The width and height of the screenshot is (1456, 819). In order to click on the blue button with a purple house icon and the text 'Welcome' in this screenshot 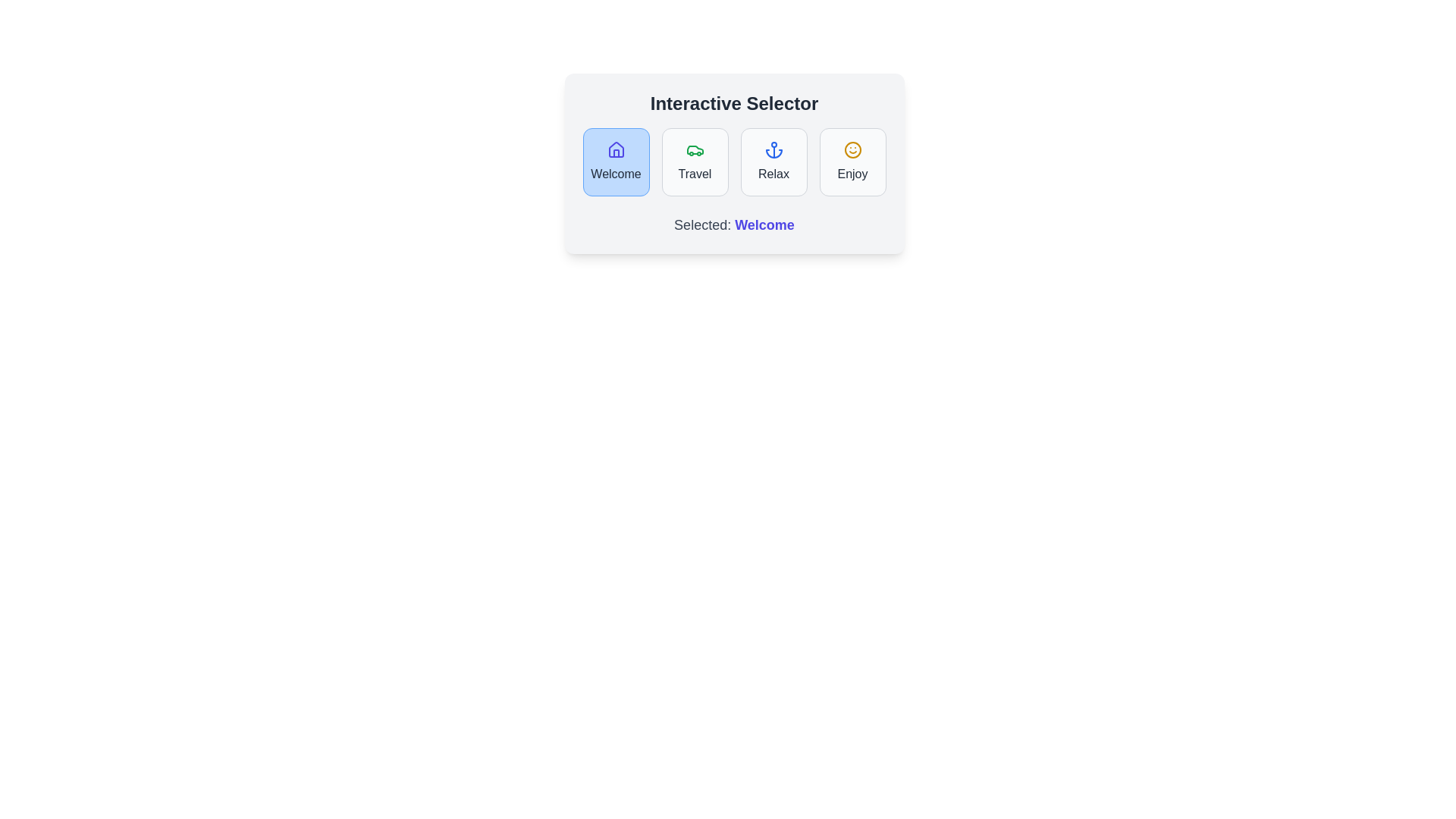, I will do `click(616, 162)`.